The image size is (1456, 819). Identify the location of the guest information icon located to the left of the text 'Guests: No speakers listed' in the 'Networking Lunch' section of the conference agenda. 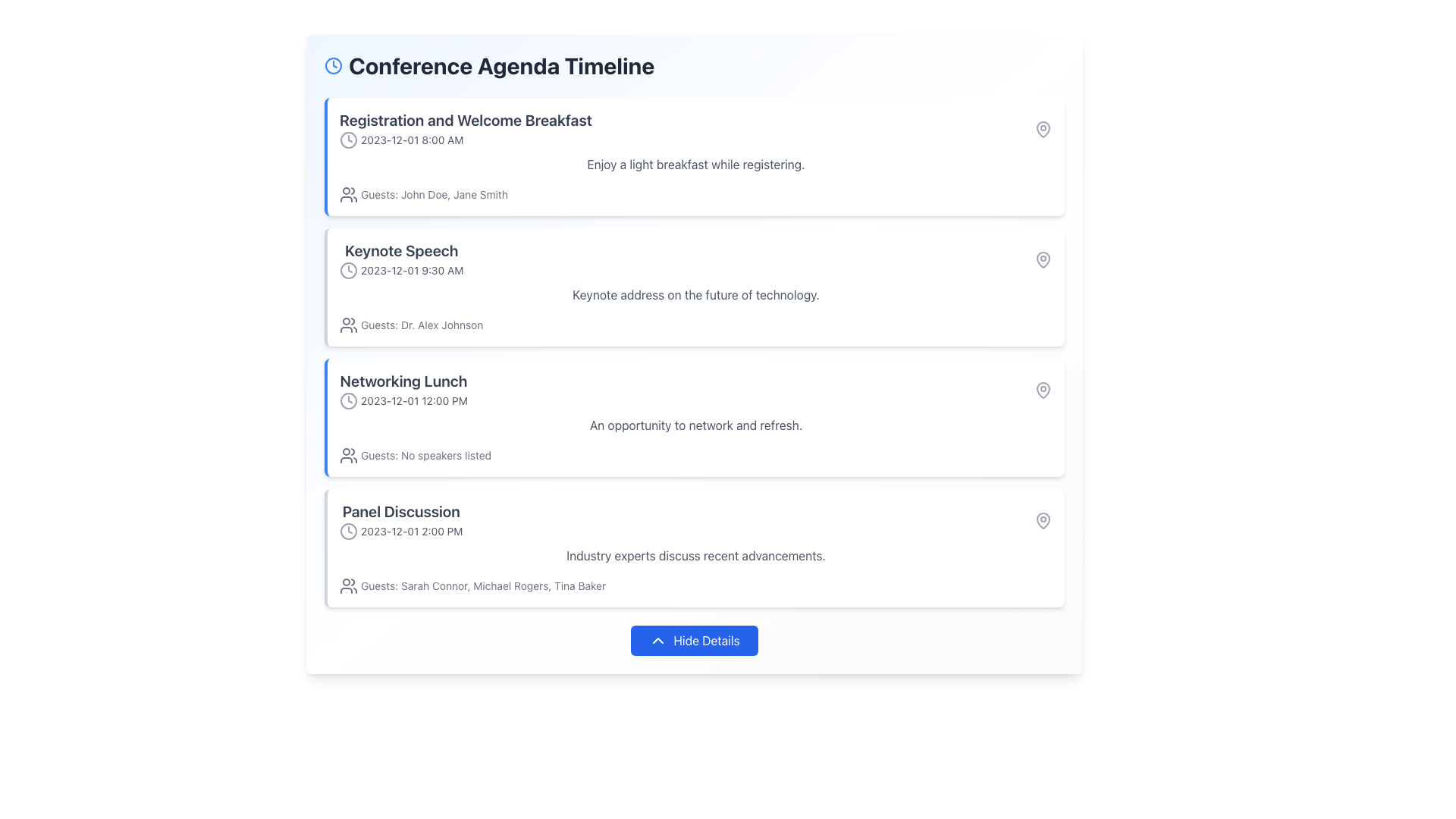
(348, 455).